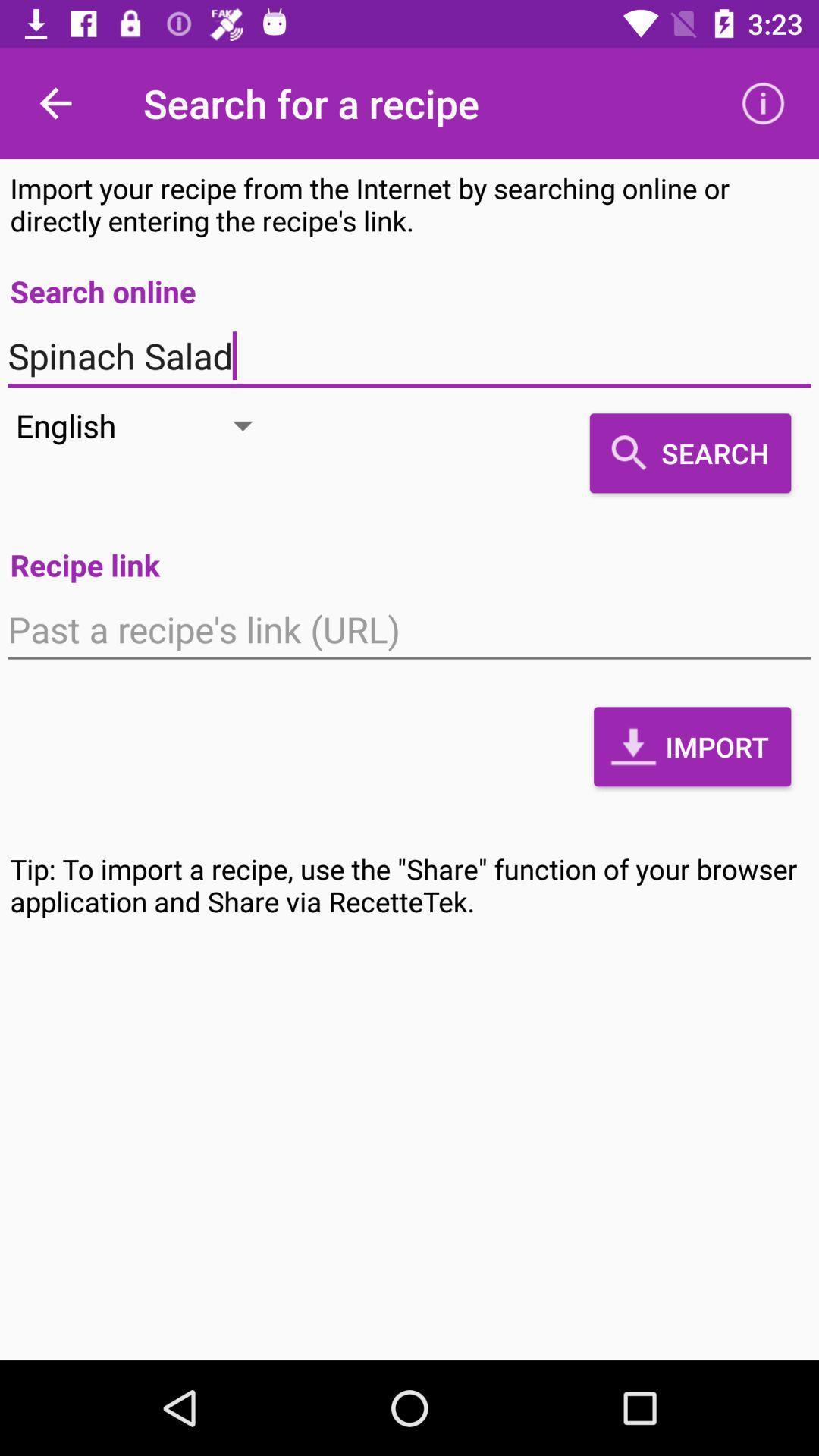 Image resolution: width=819 pixels, height=1456 pixels. Describe the element at coordinates (409, 629) in the screenshot. I see `blank space` at that location.